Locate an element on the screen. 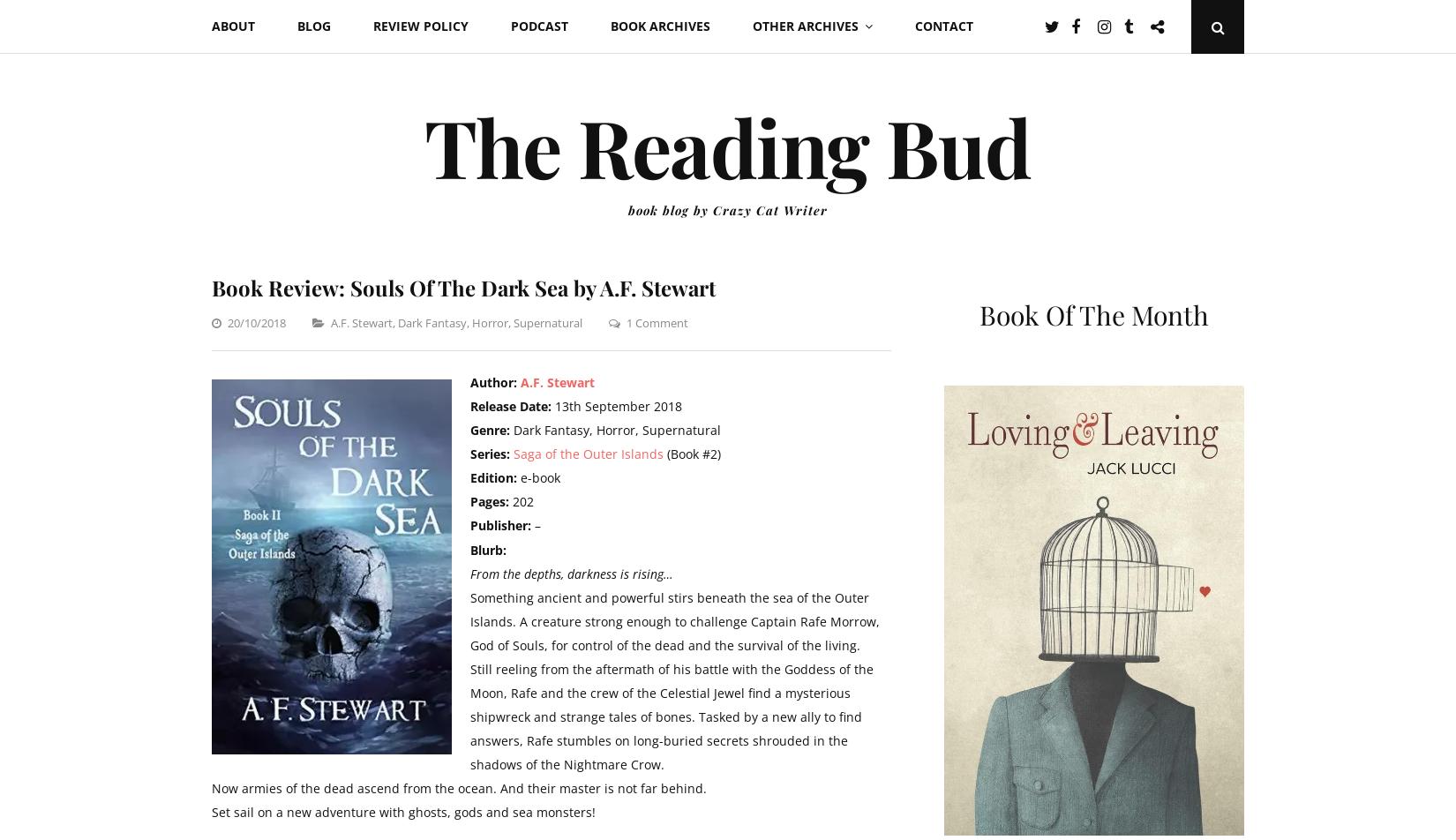  '20/10/2018' is located at coordinates (257, 323).